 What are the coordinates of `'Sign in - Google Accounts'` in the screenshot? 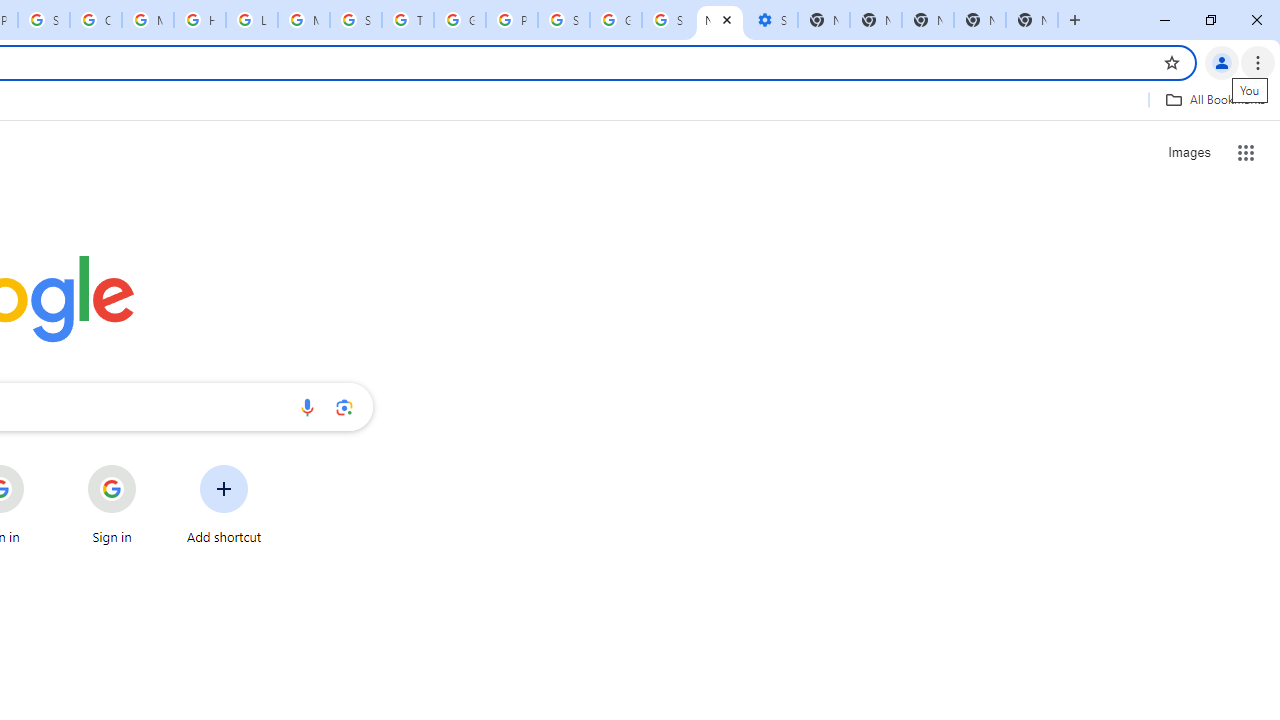 It's located at (44, 20).